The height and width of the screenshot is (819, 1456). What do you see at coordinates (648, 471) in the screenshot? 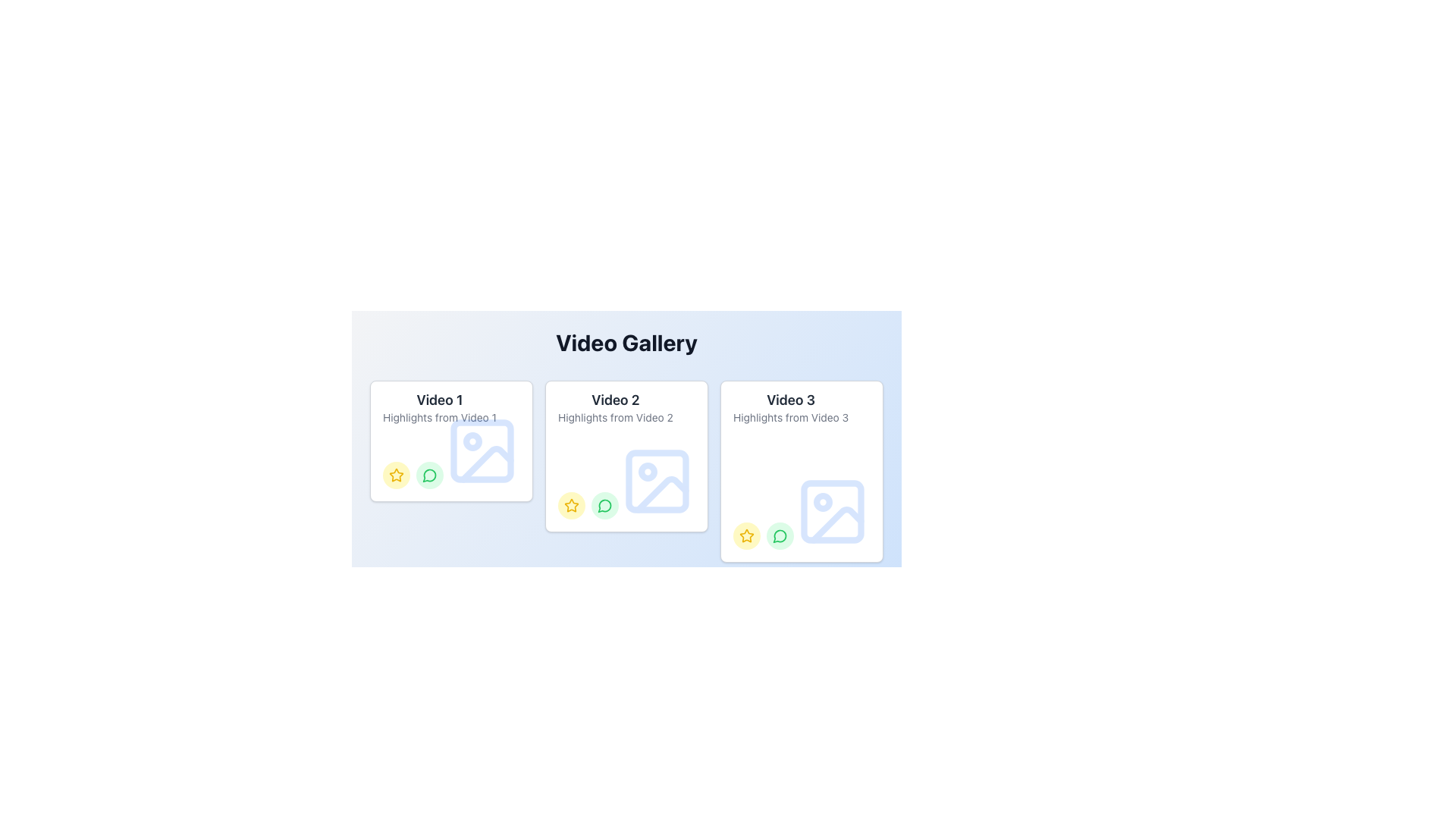
I see `the circular decorative element within the SVG graphic of the icon representing 'Video 2' in the second card` at bounding box center [648, 471].